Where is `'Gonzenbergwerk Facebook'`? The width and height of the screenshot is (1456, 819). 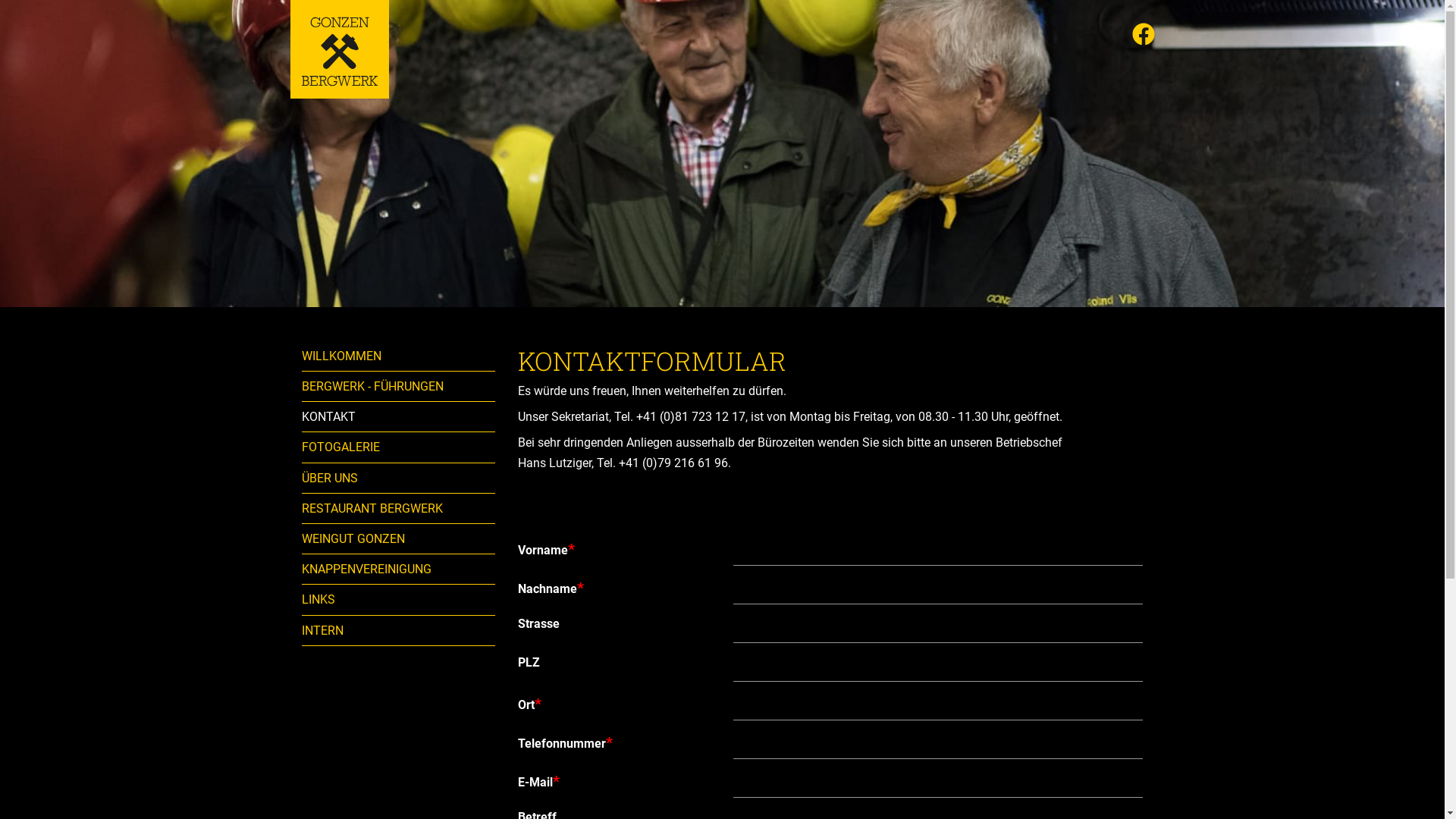 'Gonzenbergwerk Facebook' is located at coordinates (1143, 36).